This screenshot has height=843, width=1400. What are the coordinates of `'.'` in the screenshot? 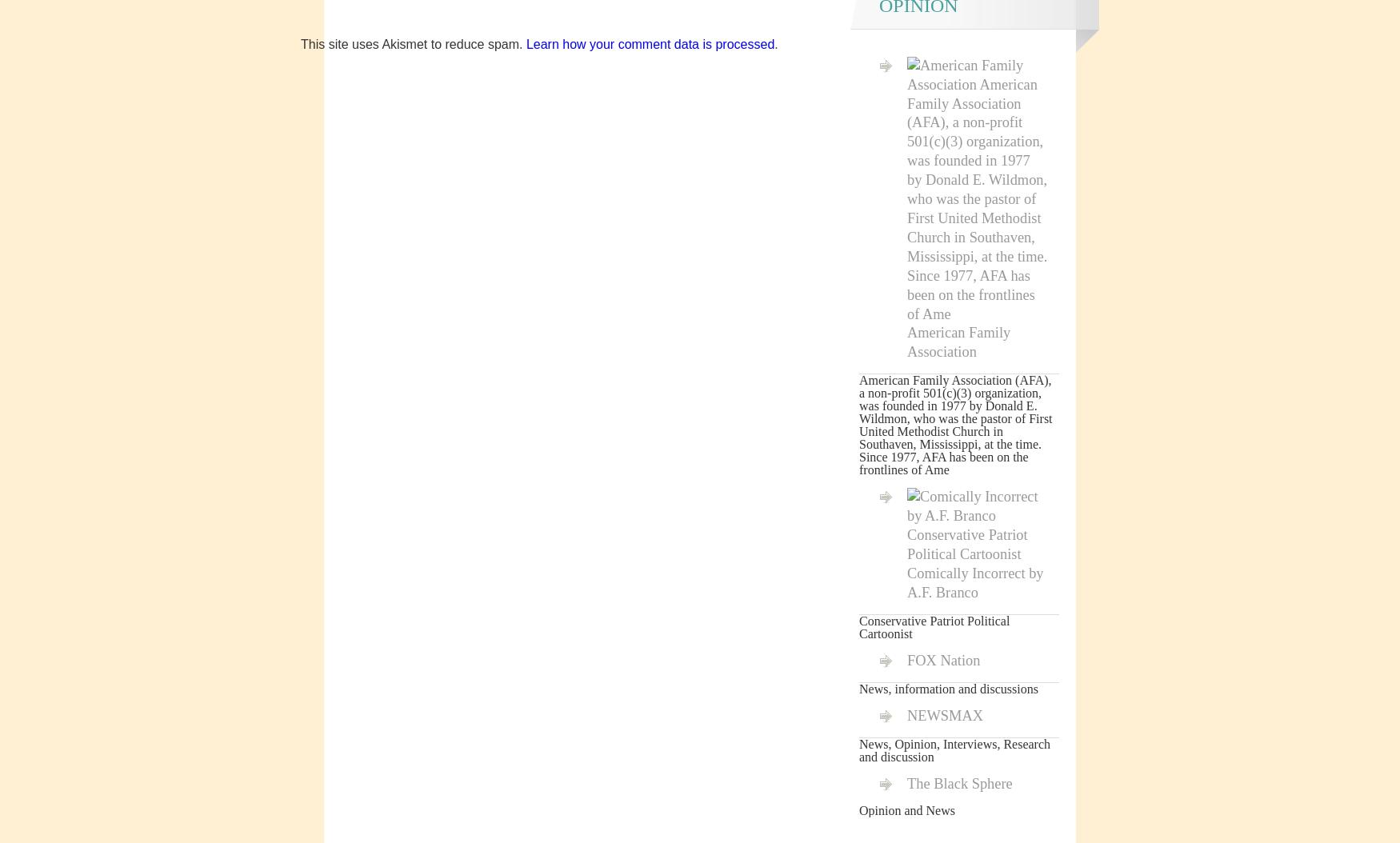 It's located at (776, 43).